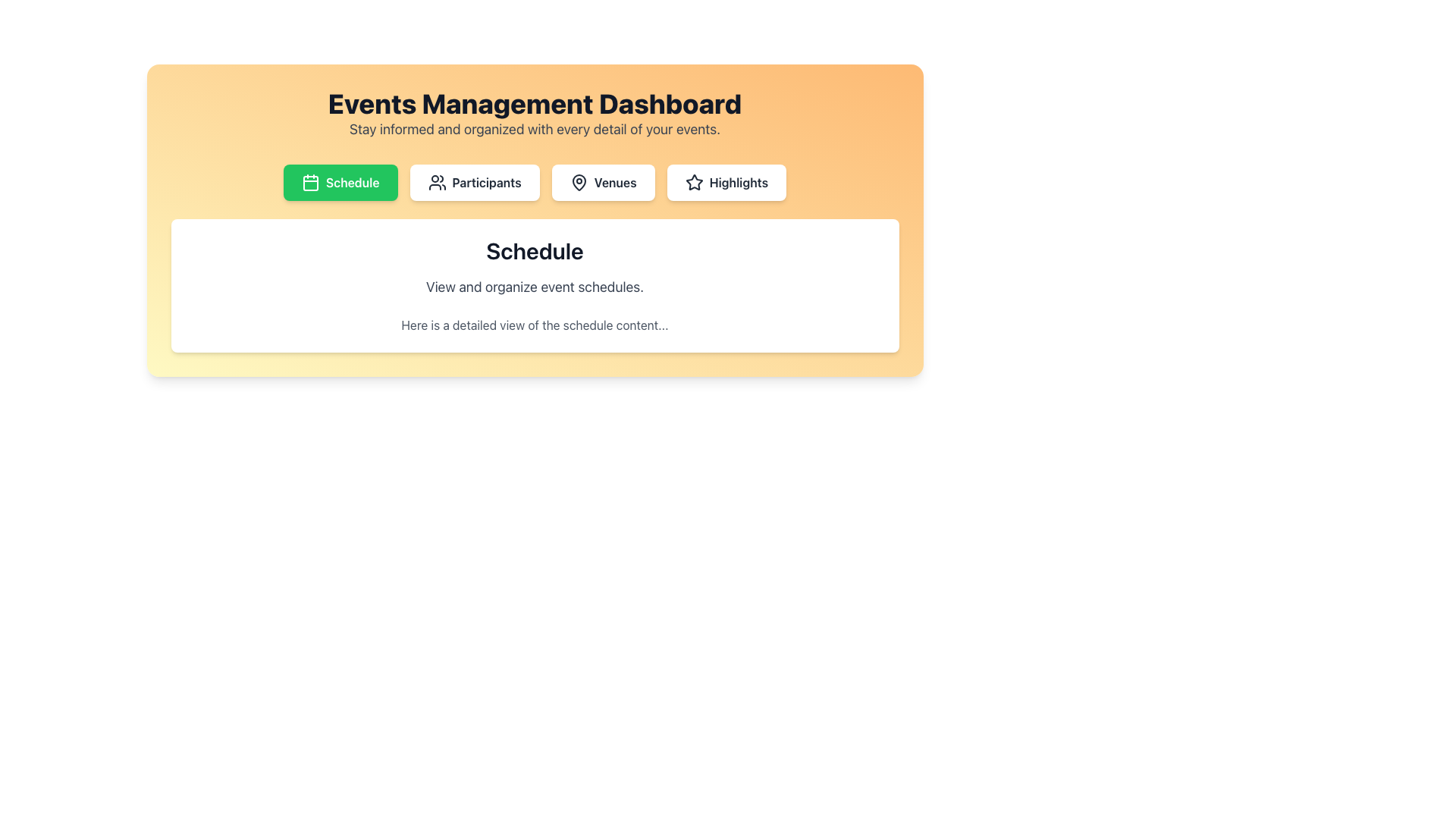 The image size is (1456, 819). What do you see at coordinates (615, 181) in the screenshot?
I see `the Text label part of the button in the third slot of four horizontally-aligned buttons` at bounding box center [615, 181].